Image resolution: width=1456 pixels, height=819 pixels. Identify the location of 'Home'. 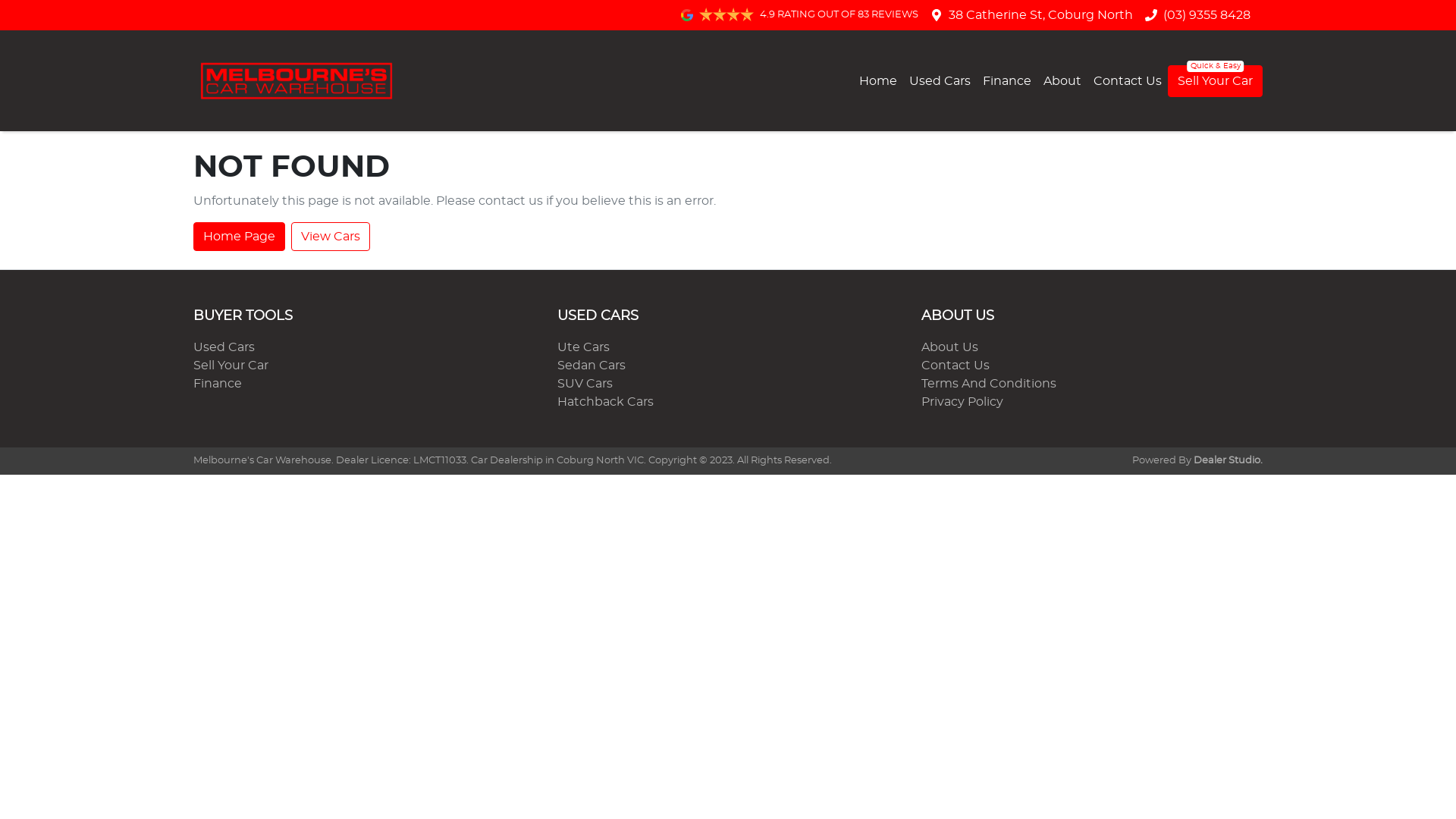
(877, 80).